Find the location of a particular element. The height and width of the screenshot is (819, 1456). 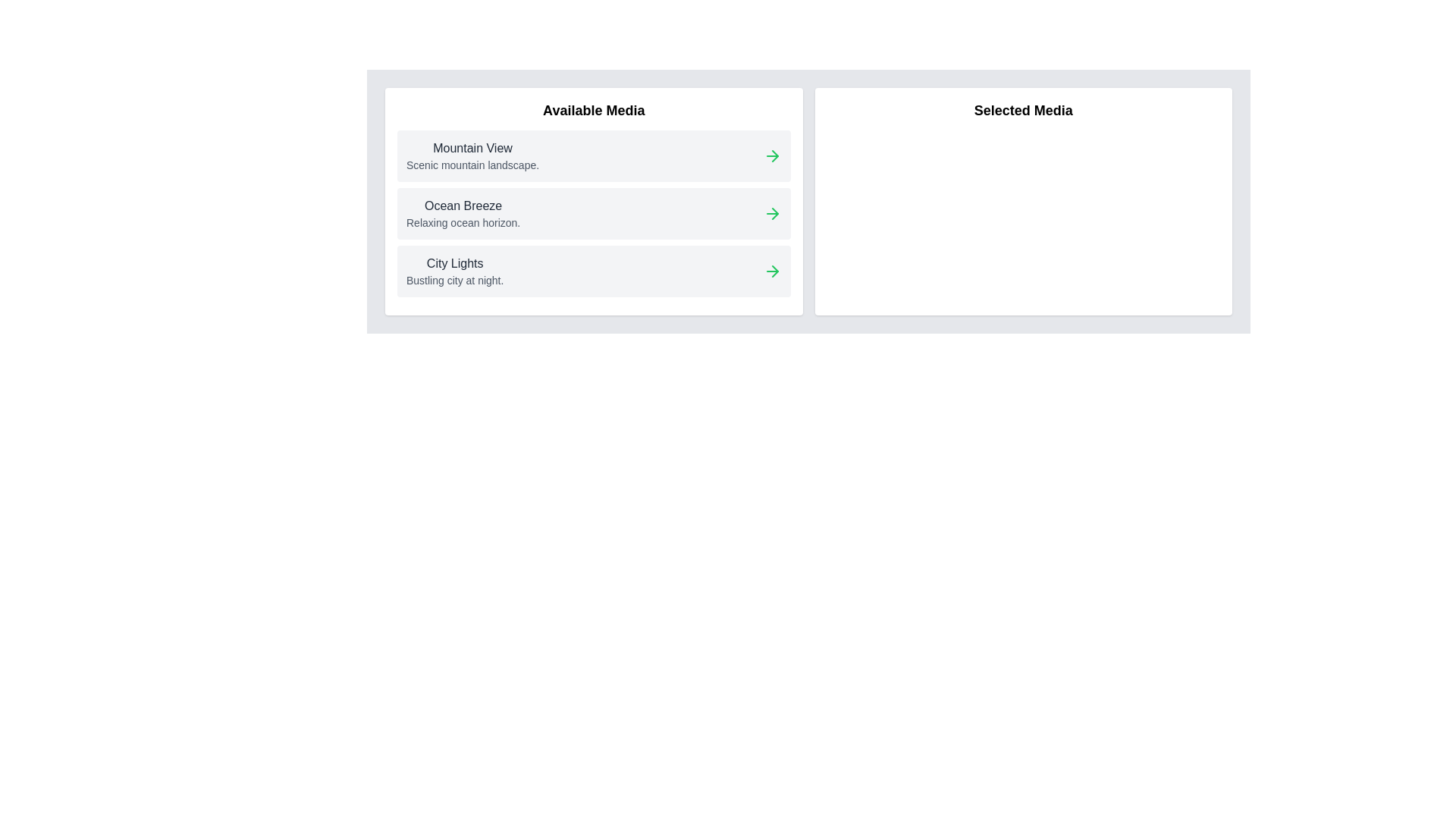

green arrow next to the item Mountain View to transfer it to the 'Selected Media' section is located at coordinates (772, 155).